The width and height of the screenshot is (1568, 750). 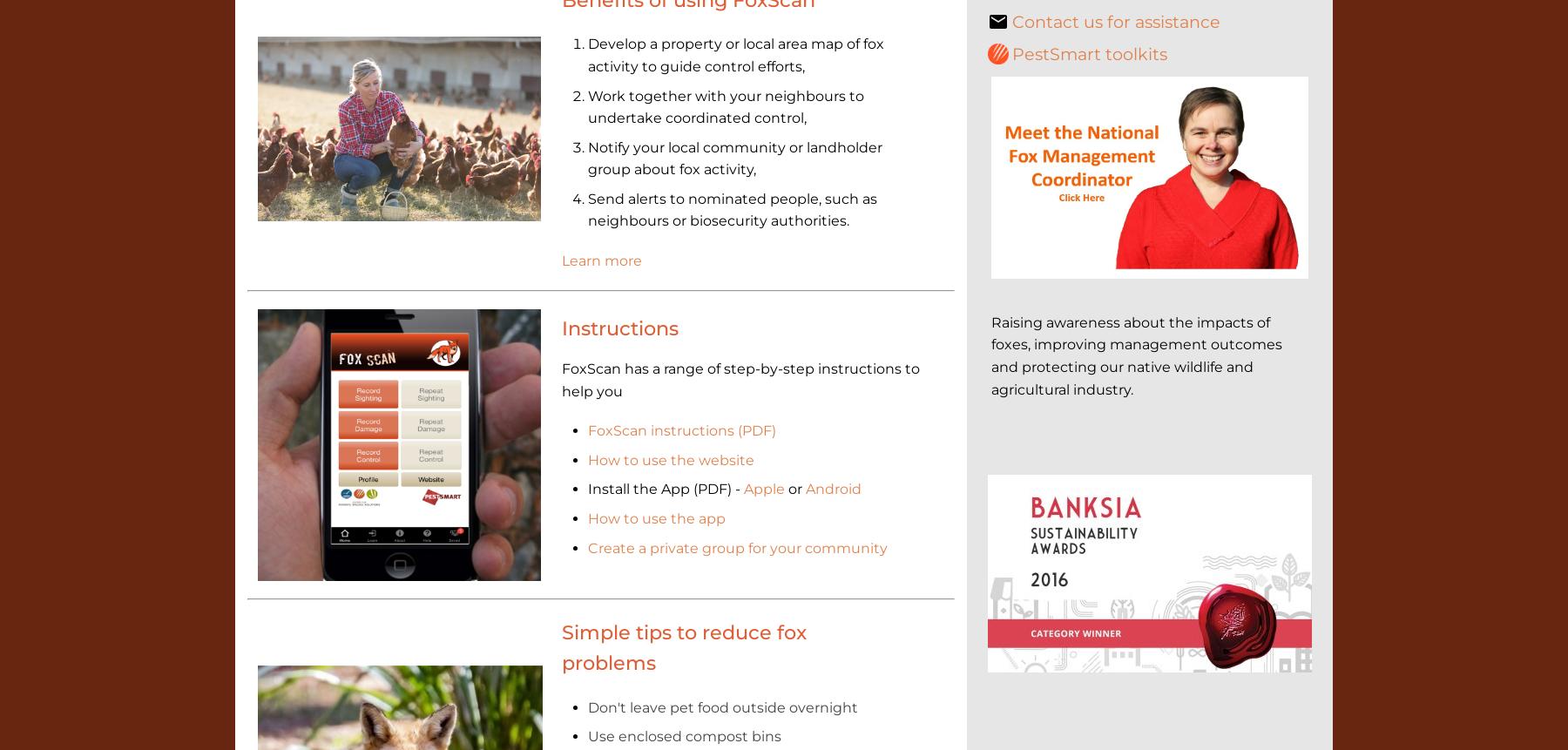 What do you see at coordinates (599, 260) in the screenshot?
I see `'Learn more'` at bounding box center [599, 260].